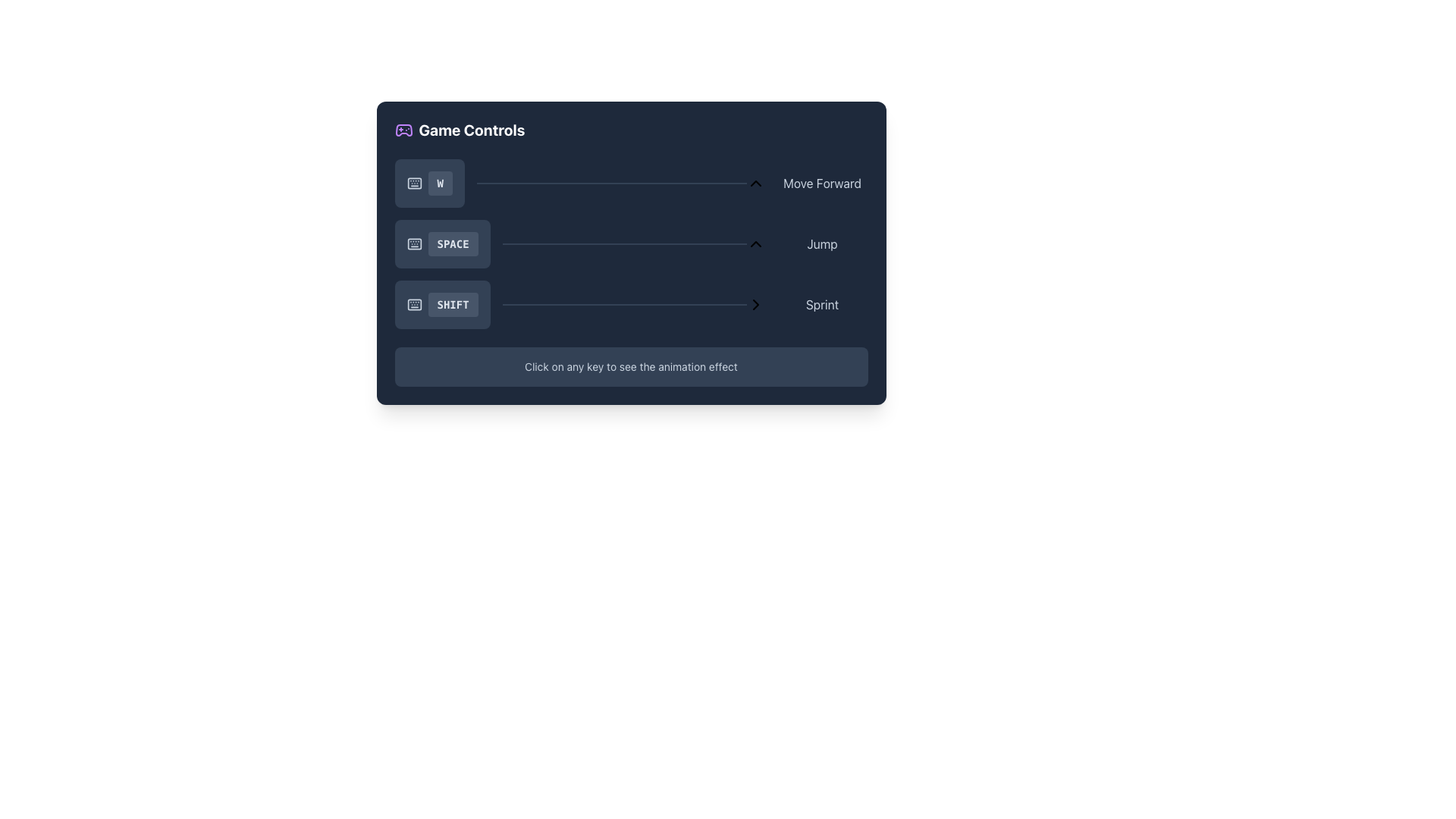 This screenshot has height=819, width=1456. What do you see at coordinates (452, 304) in the screenshot?
I see `the 'SHIFT' button, which is a rectangular button with rounded corners and the text 'SHIFT' in uppercase, located in the bottom-most row of a column of similar buttons` at bounding box center [452, 304].